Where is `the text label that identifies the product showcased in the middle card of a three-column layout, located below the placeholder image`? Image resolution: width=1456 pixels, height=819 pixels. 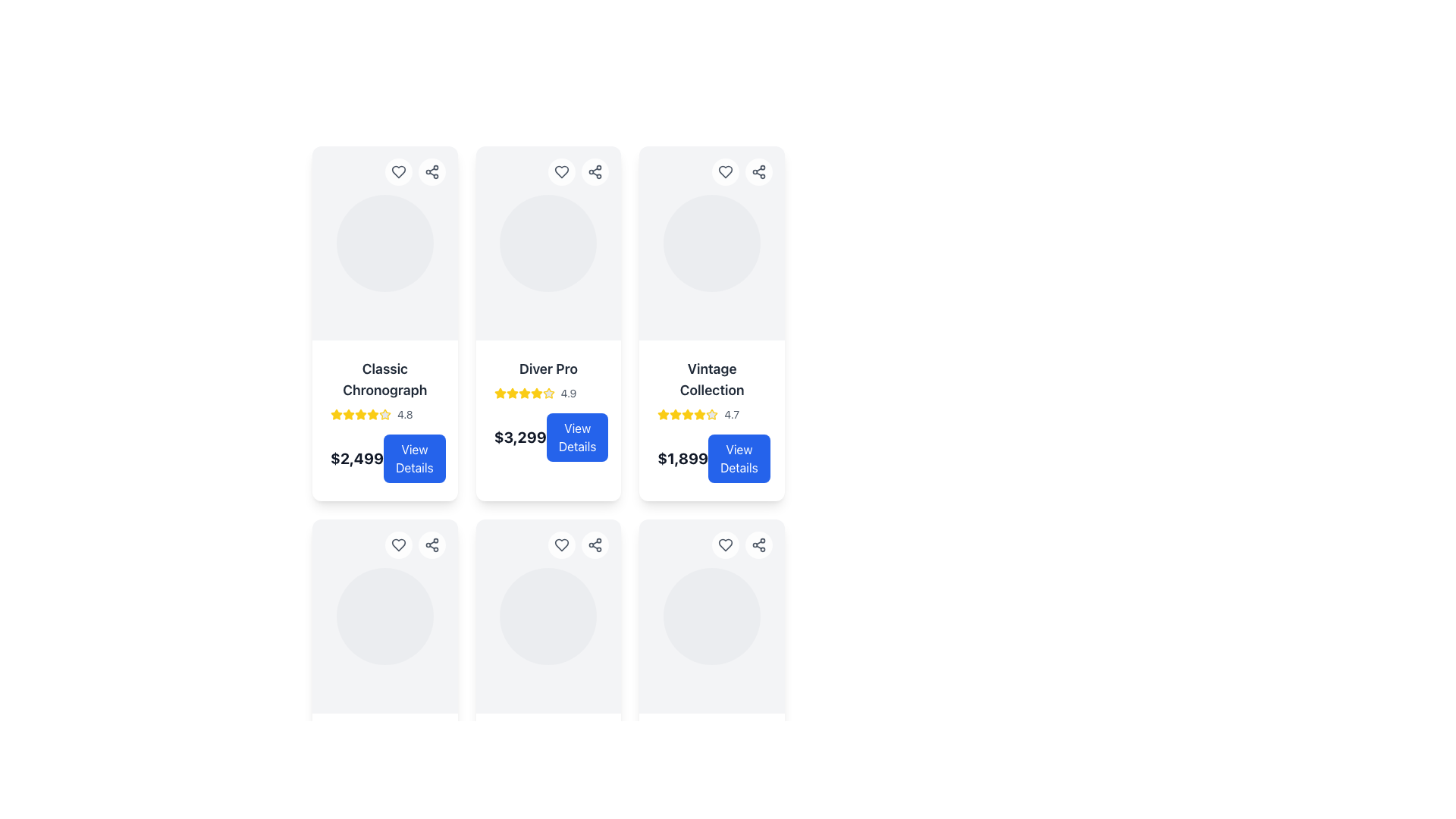 the text label that identifies the product showcased in the middle card of a three-column layout, located below the placeholder image is located at coordinates (548, 369).